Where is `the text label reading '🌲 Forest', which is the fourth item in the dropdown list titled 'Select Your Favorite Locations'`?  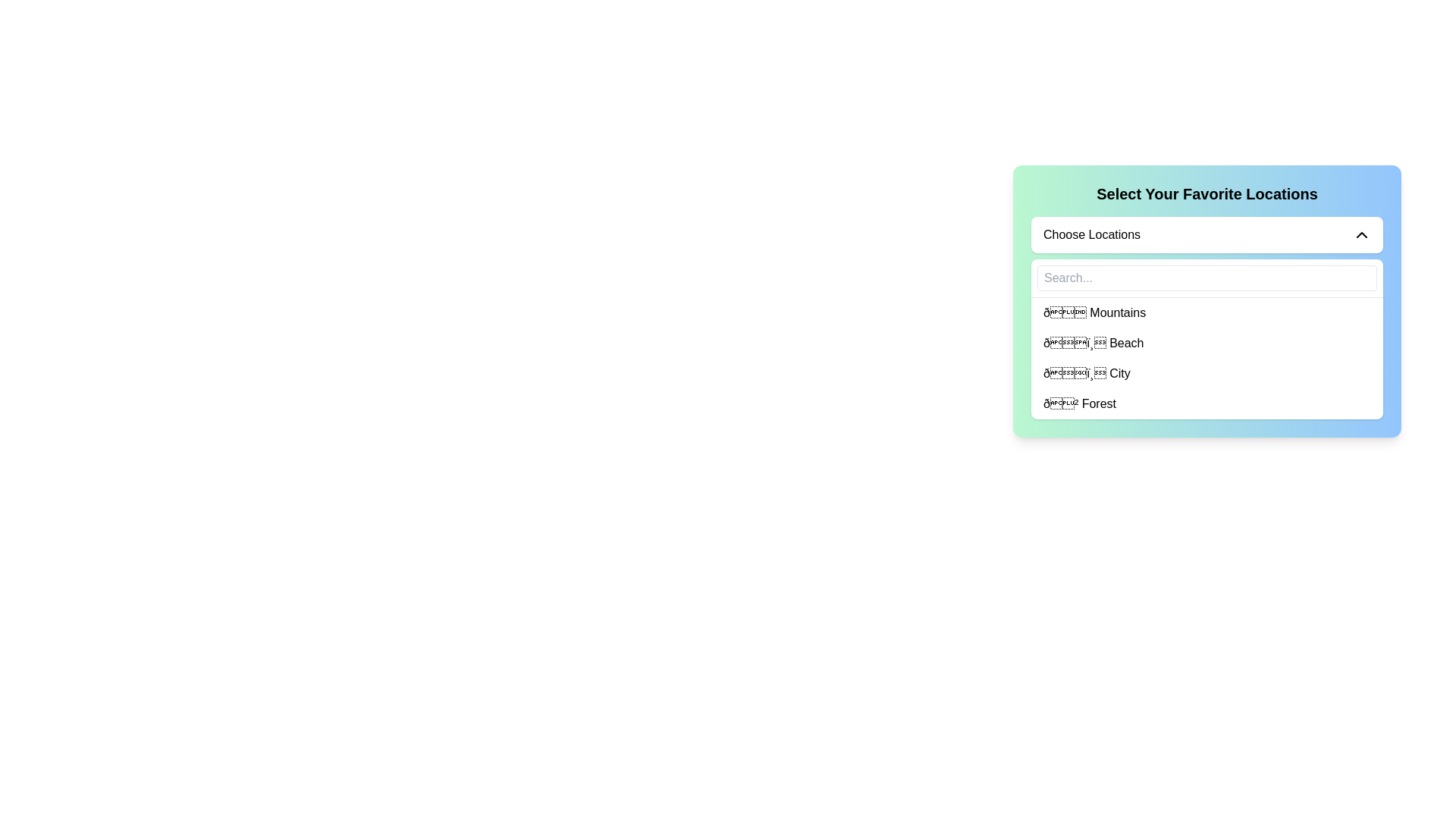 the text label reading '🌲 Forest', which is the fourth item in the dropdown list titled 'Select Your Favorite Locations' is located at coordinates (1079, 403).